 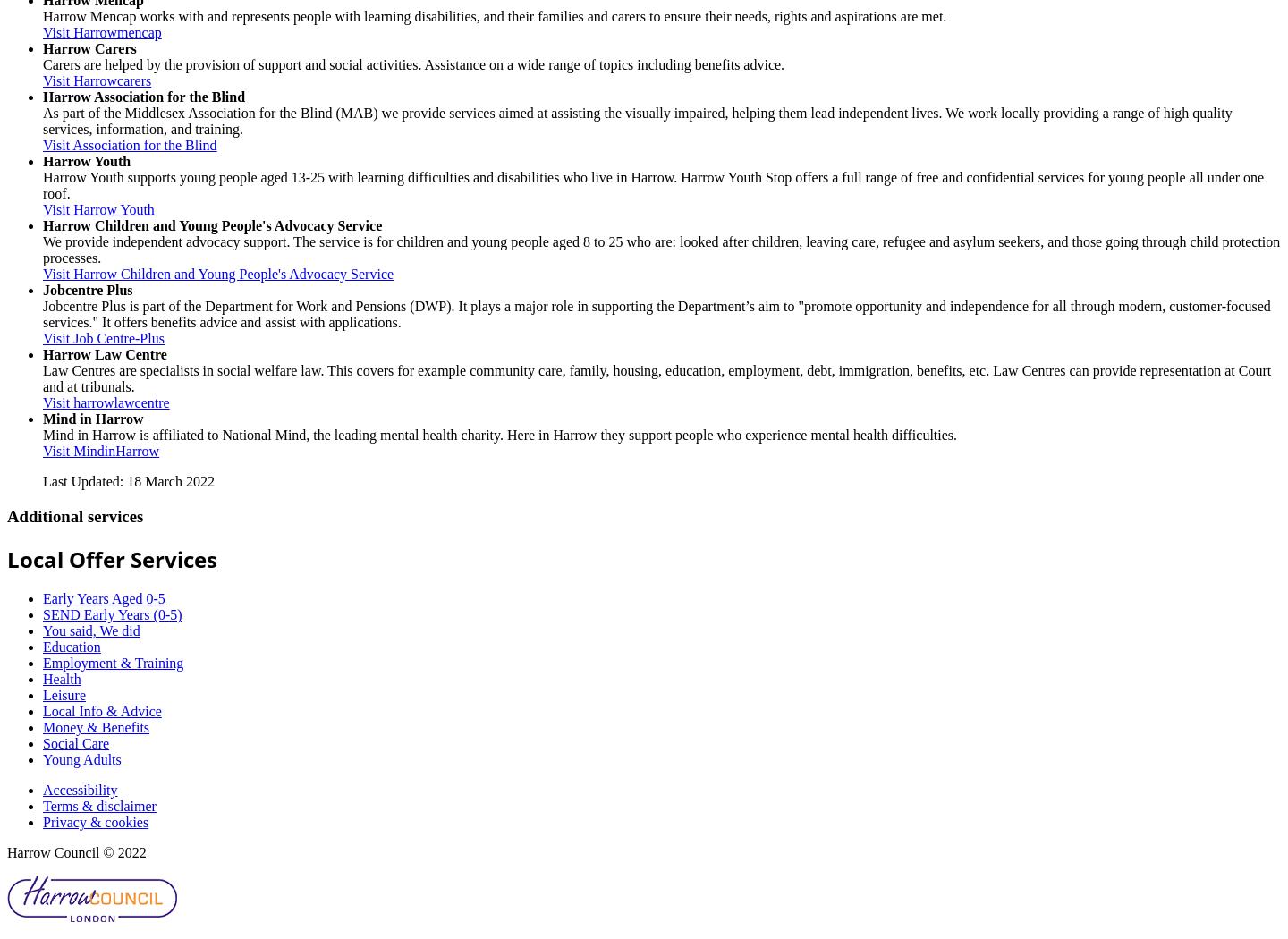 What do you see at coordinates (41, 80) in the screenshot?
I see `'Visit Harrowcarers'` at bounding box center [41, 80].